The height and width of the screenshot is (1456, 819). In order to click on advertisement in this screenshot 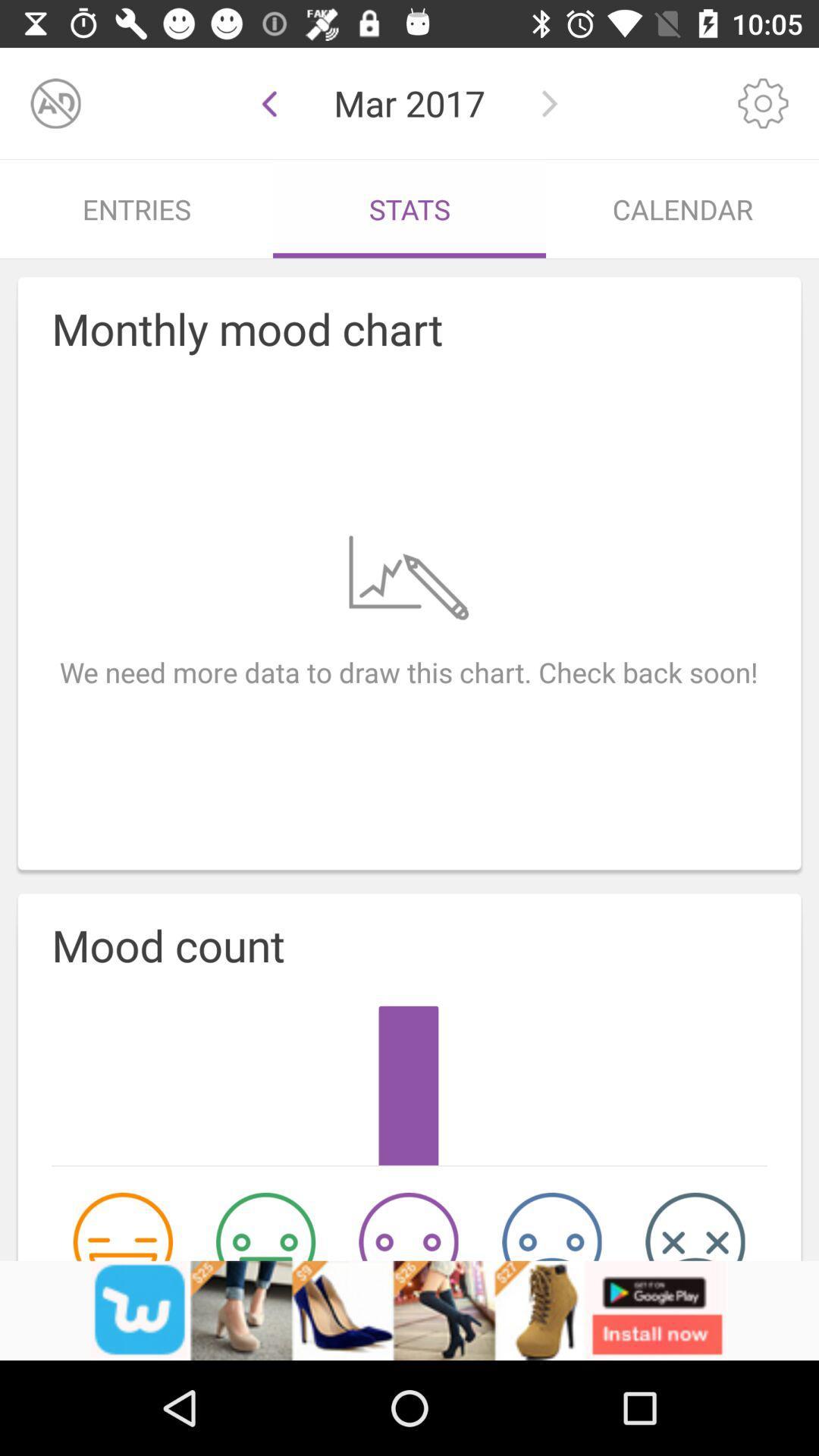, I will do `click(409, 1310)`.